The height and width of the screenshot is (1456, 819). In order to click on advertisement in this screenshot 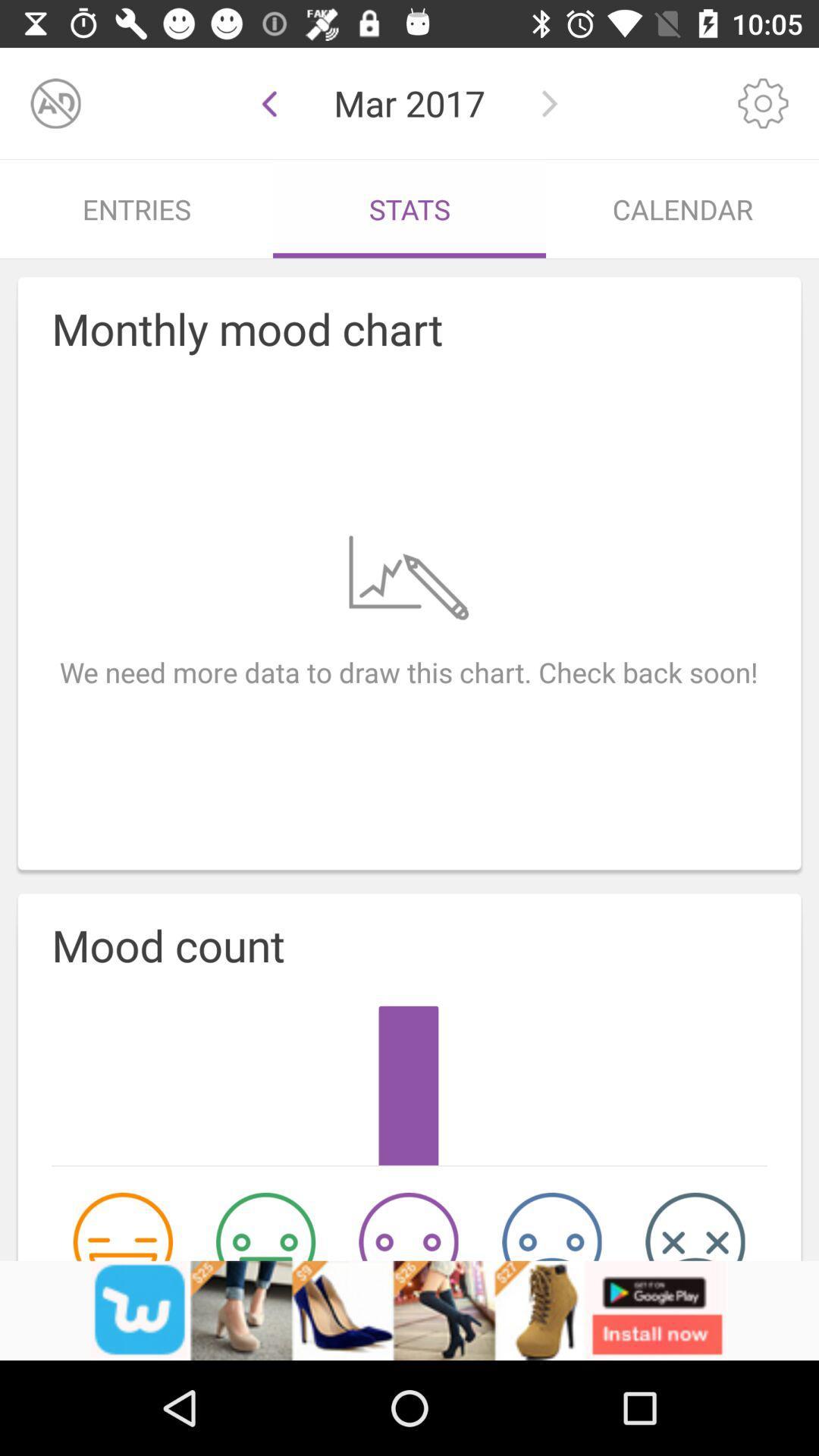, I will do `click(409, 1310)`.